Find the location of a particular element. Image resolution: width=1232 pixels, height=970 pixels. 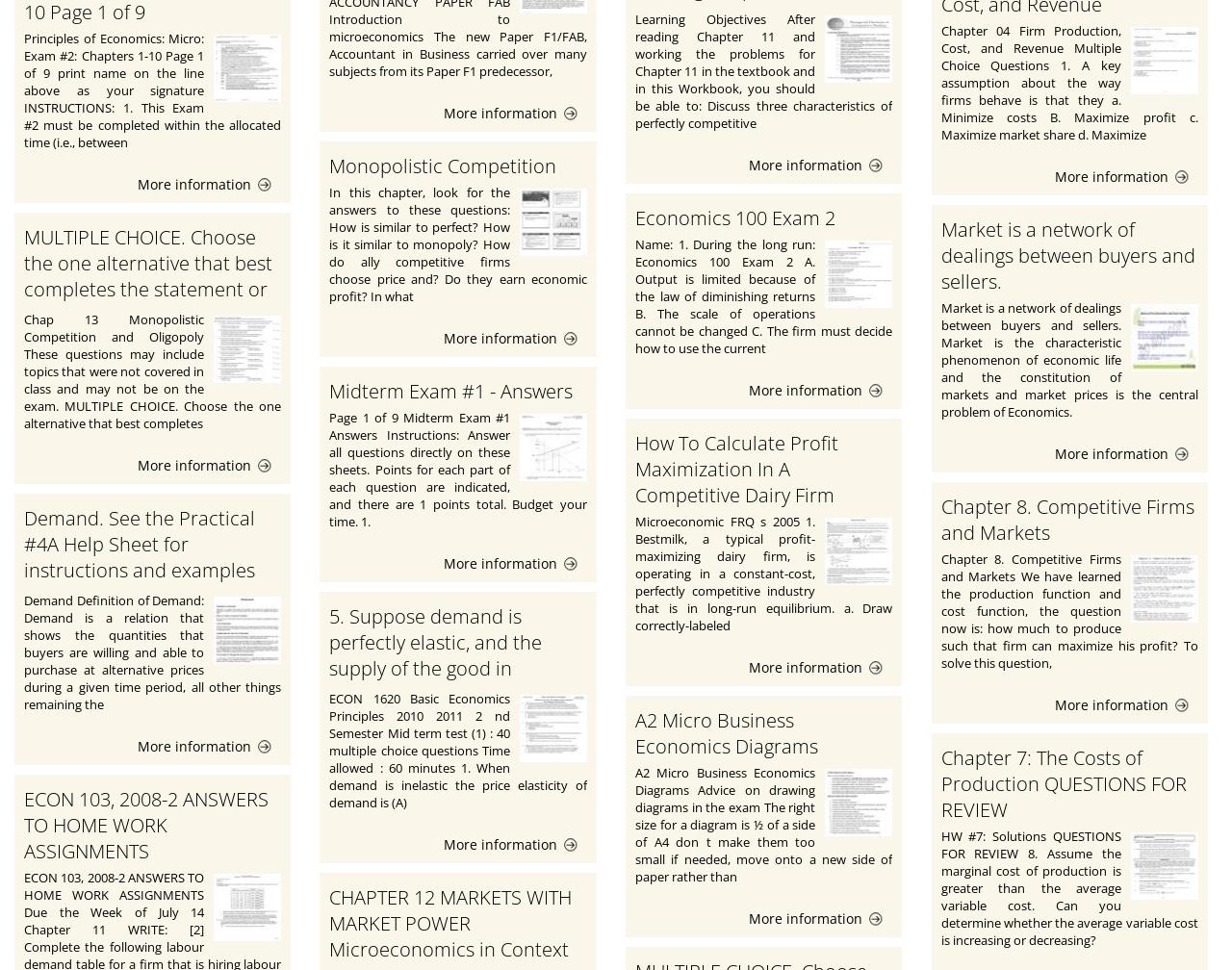

'Chapter 8. Competitive Firms and Markets We have learned the production function and cost function, the question now is: how much to produce such that firm can maximize his profit? To solve this question,' is located at coordinates (1068, 610).